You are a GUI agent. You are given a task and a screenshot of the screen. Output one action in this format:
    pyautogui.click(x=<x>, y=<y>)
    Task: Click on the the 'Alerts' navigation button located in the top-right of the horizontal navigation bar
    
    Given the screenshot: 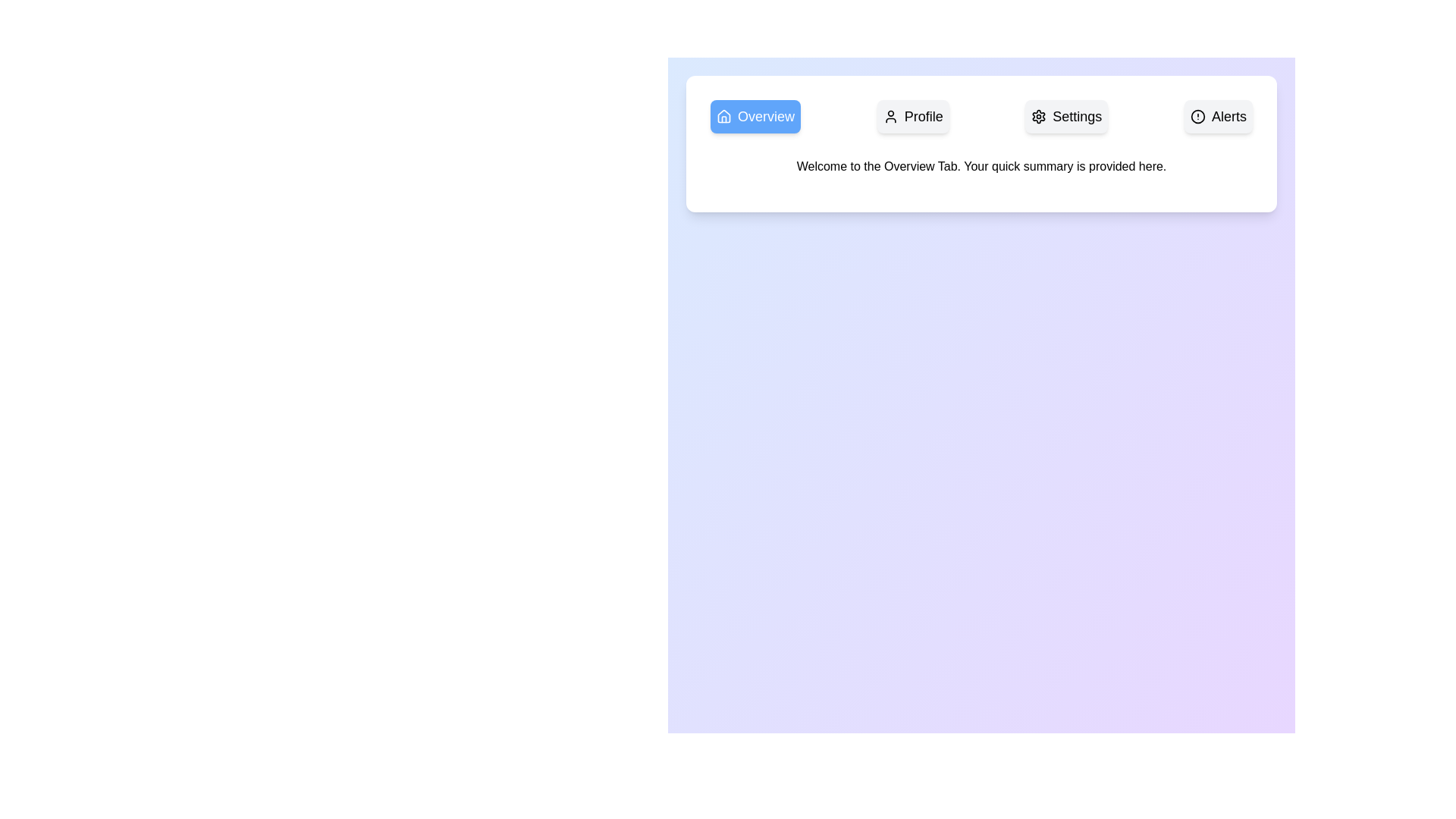 What is the action you would take?
    pyautogui.click(x=1219, y=116)
    